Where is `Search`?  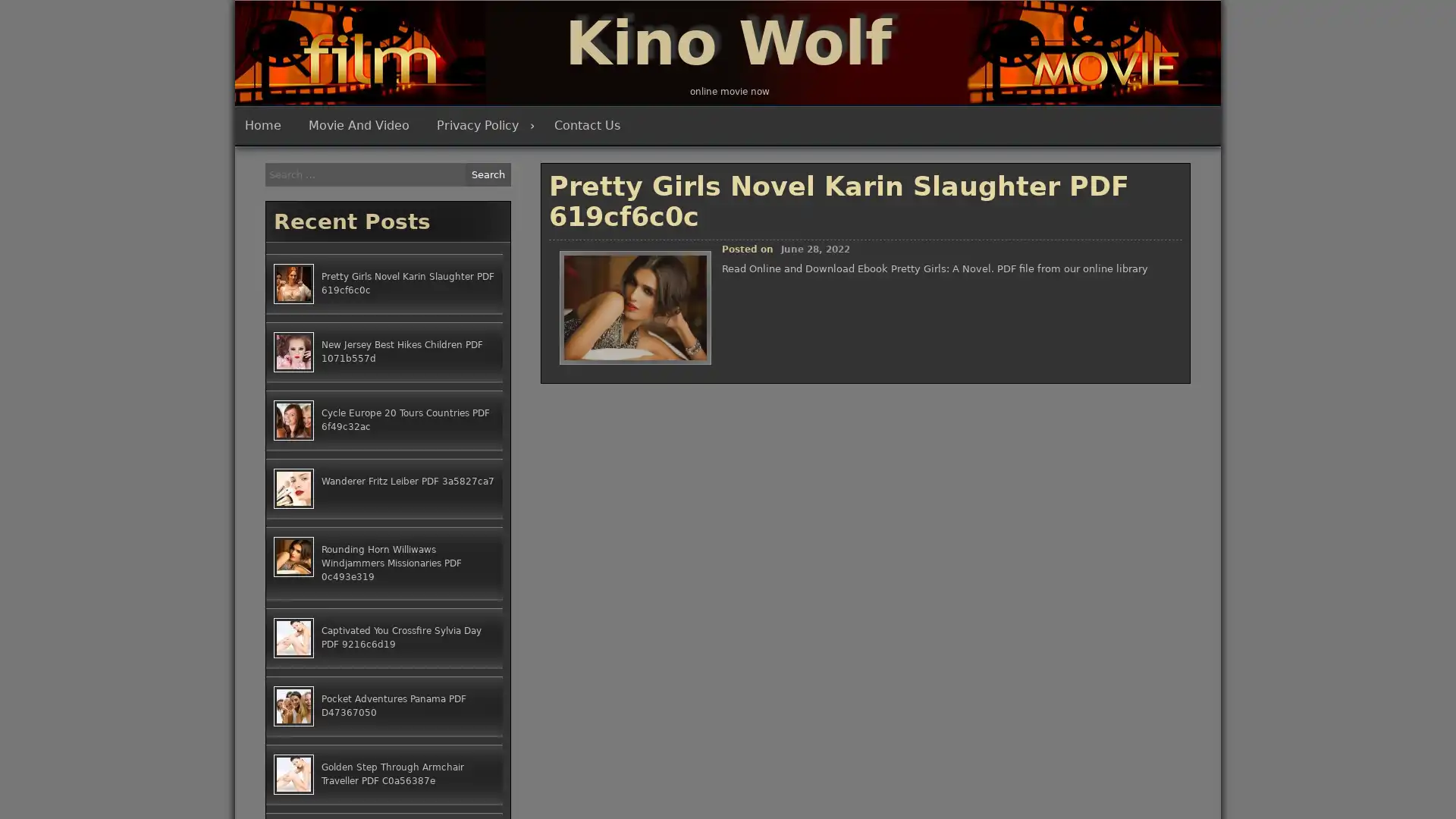
Search is located at coordinates (488, 174).